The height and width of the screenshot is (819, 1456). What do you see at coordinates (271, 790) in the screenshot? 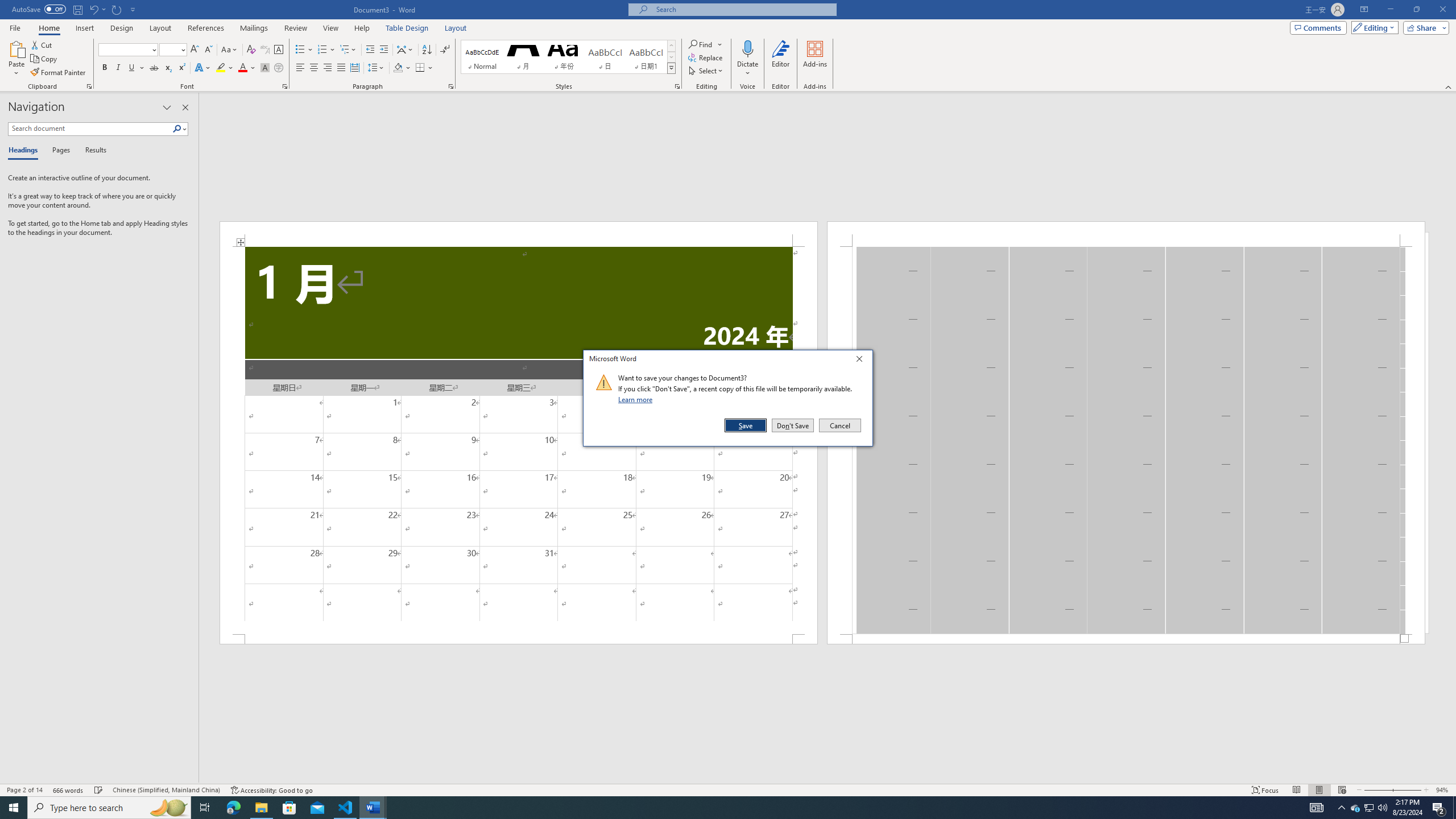
I see `'Accessibility Checker Accessibility: Good to go'` at bounding box center [271, 790].